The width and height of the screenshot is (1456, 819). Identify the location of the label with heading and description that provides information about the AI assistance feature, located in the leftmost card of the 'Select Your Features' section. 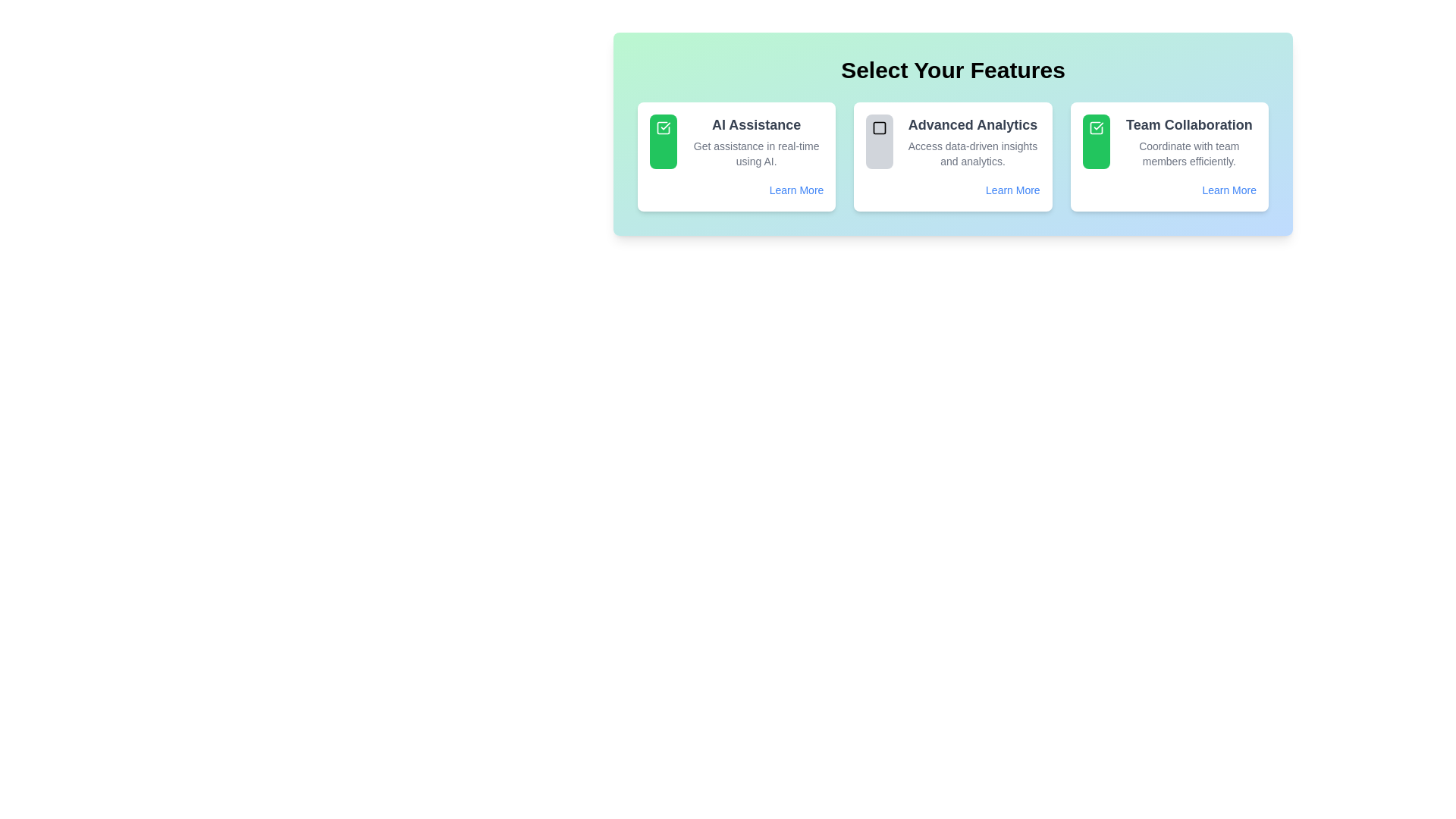
(756, 141).